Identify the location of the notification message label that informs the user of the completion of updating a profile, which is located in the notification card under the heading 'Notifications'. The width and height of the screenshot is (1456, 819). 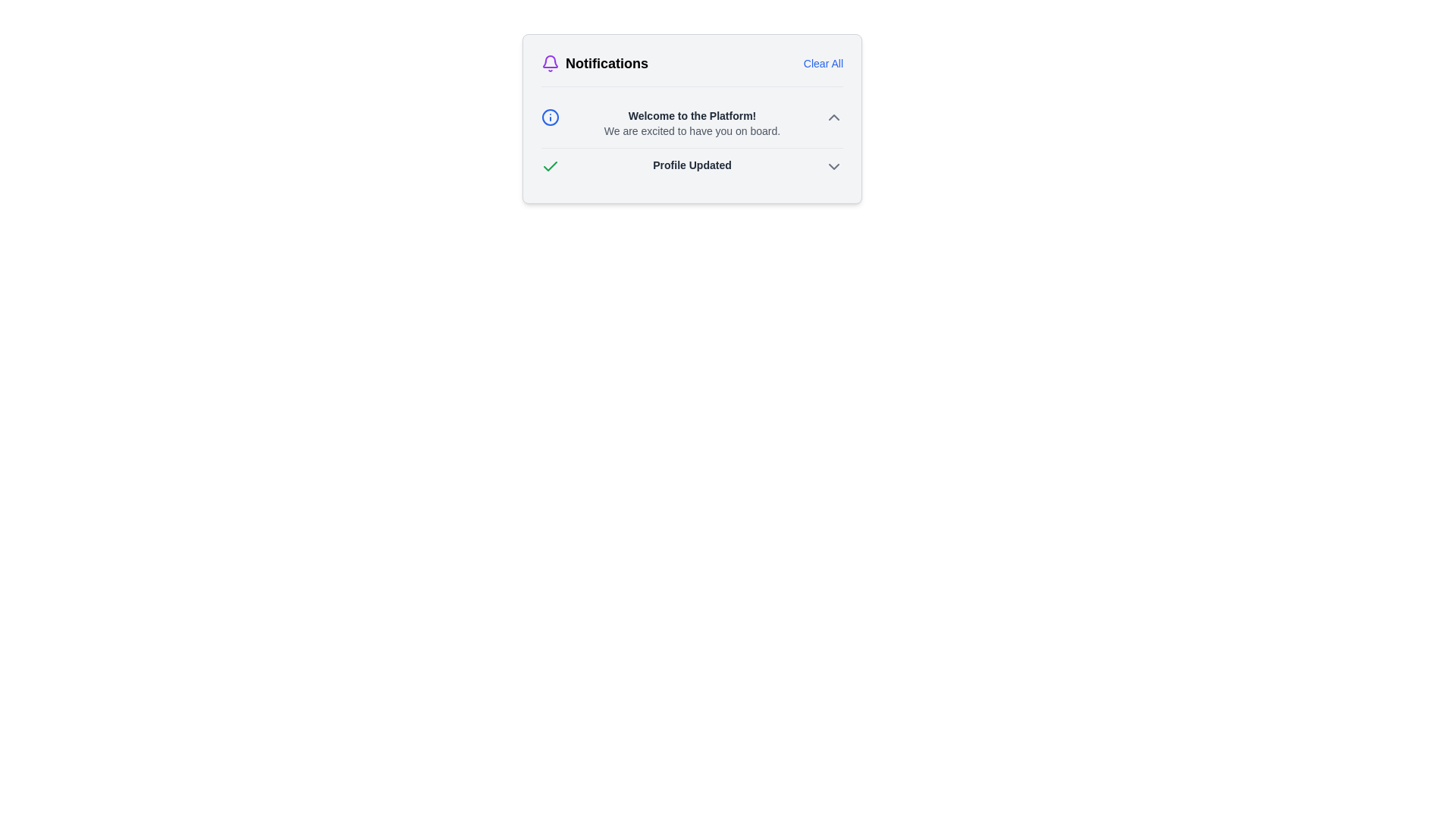
(691, 165).